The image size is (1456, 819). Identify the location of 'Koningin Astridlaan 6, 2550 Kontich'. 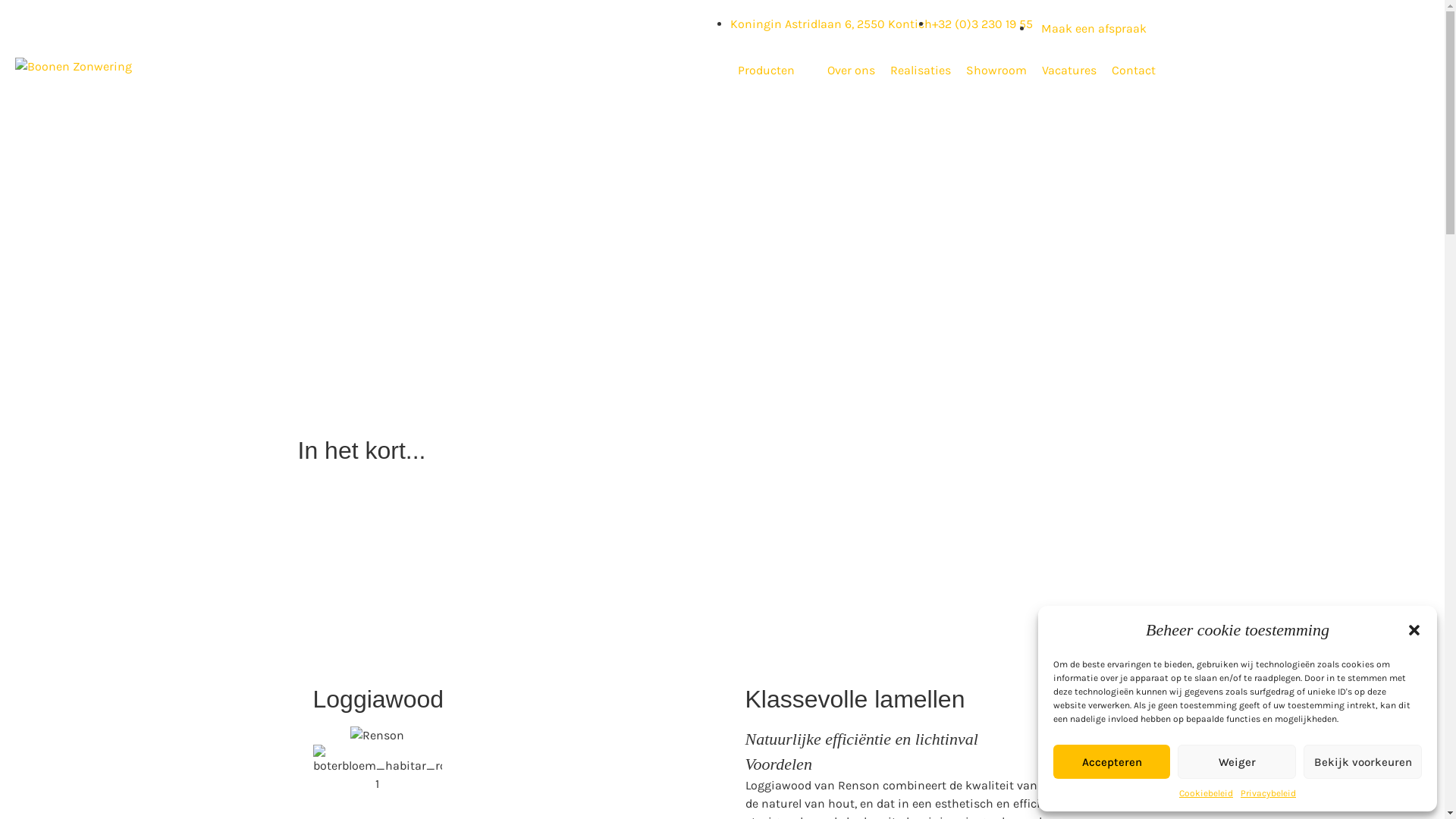
(829, 24).